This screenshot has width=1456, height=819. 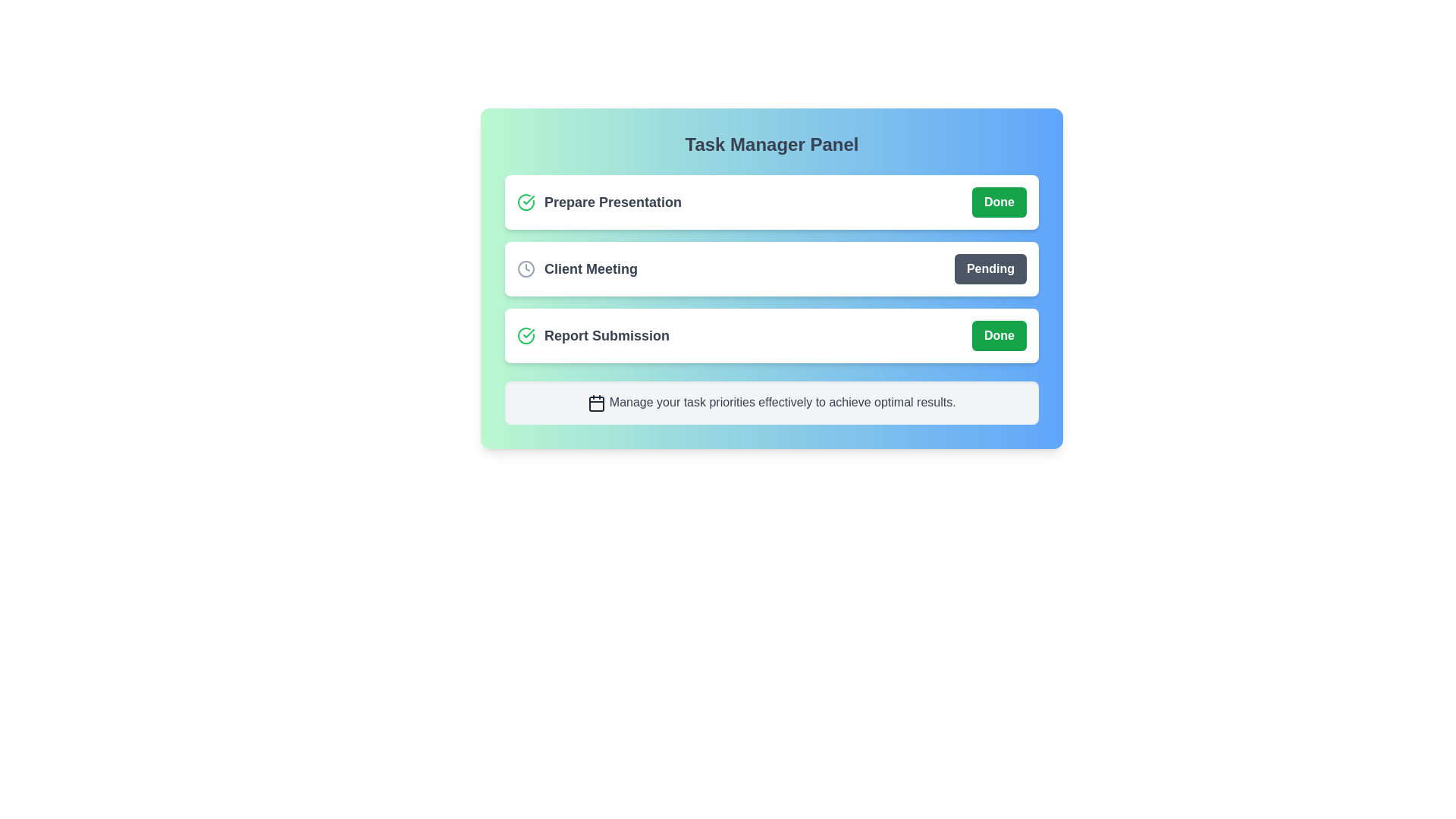 What do you see at coordinates (598, 201) in the screenshot?
I see `the task name Prepare Presentation to select its text` at bounding box center [598, 201].